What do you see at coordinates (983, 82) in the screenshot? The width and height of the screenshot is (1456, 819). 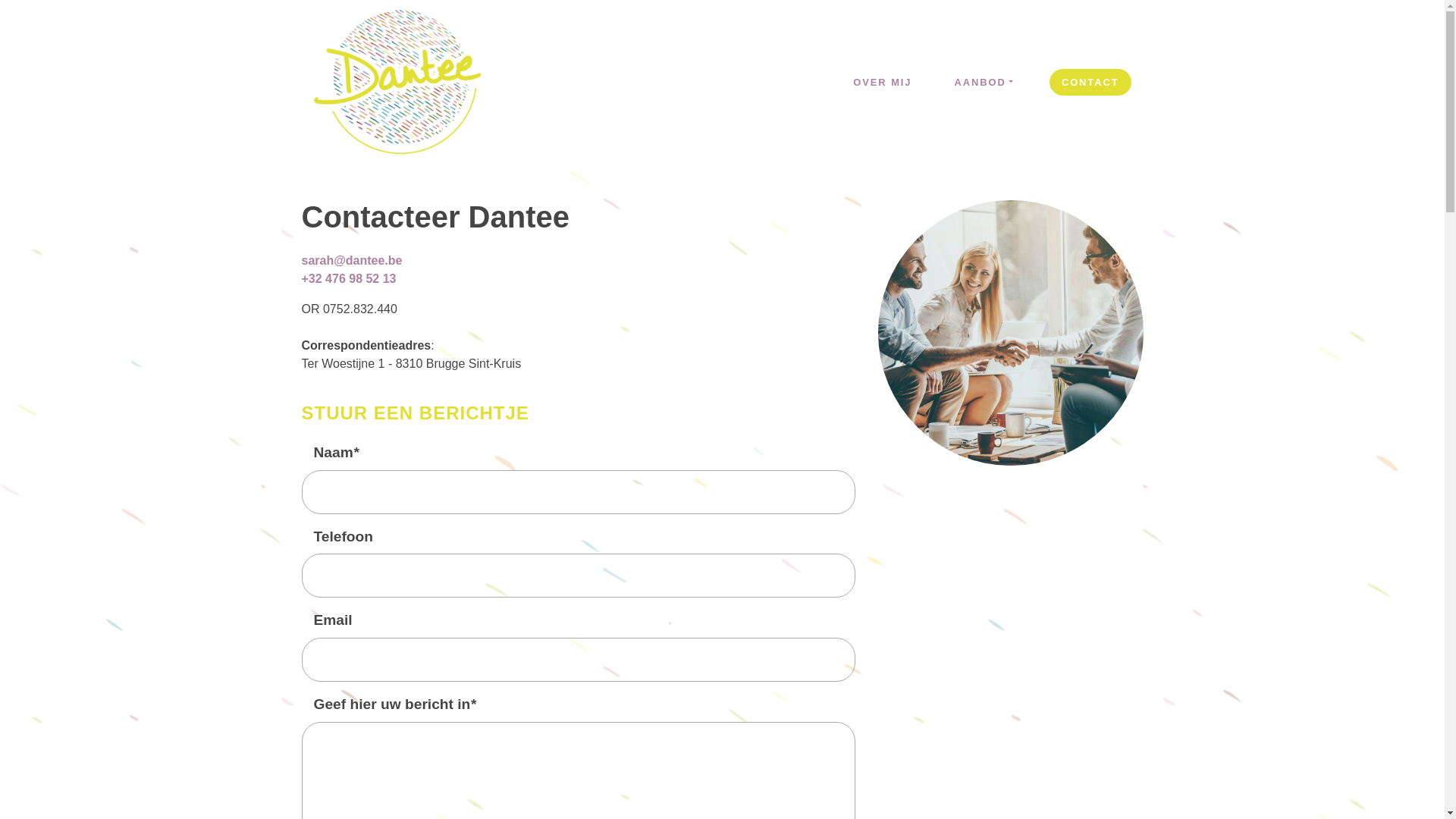 I see `'AANBOD'` at bounding box center [983, 82].